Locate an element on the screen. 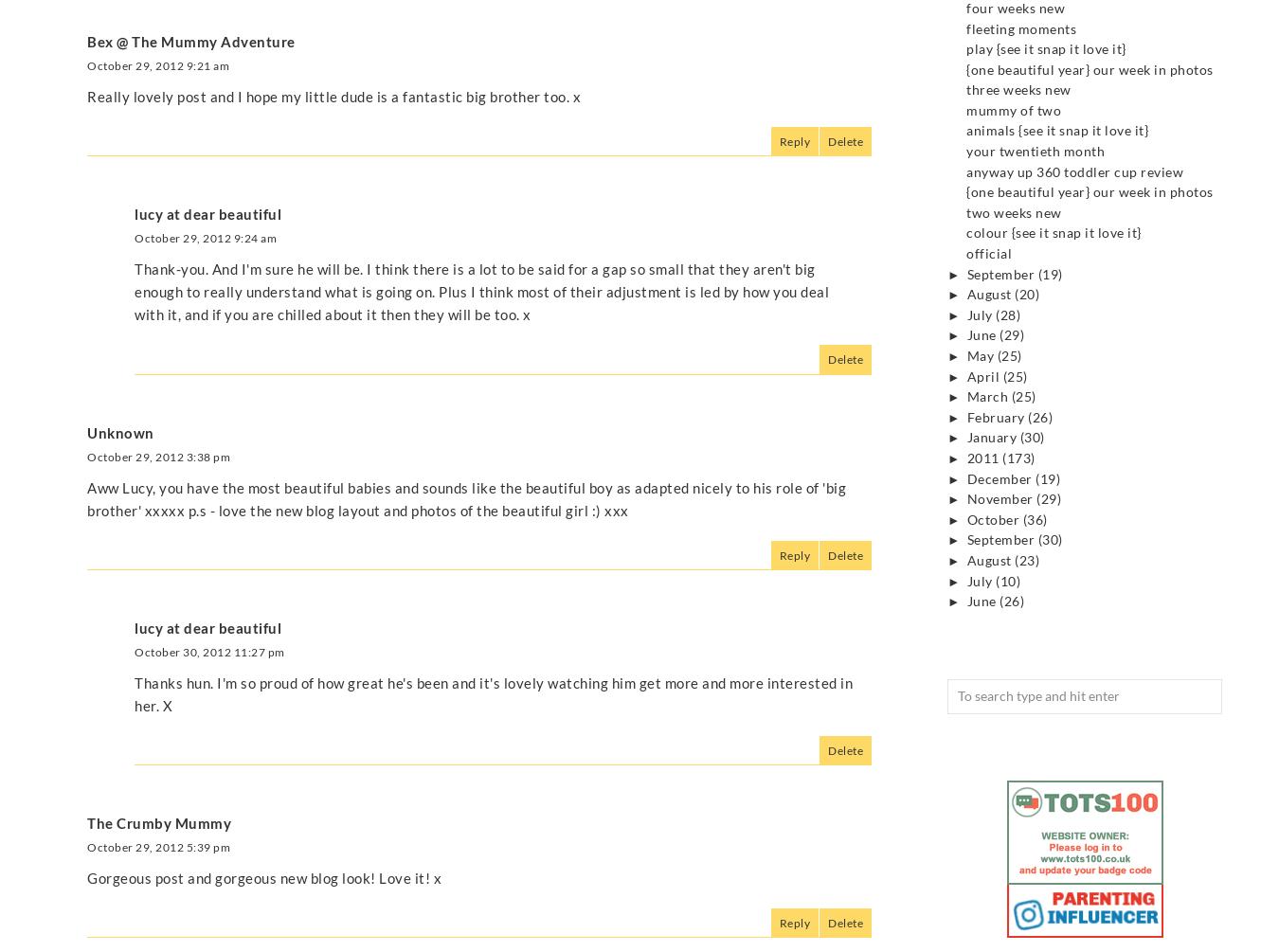  'December' is located at coordinates (1000, 477).